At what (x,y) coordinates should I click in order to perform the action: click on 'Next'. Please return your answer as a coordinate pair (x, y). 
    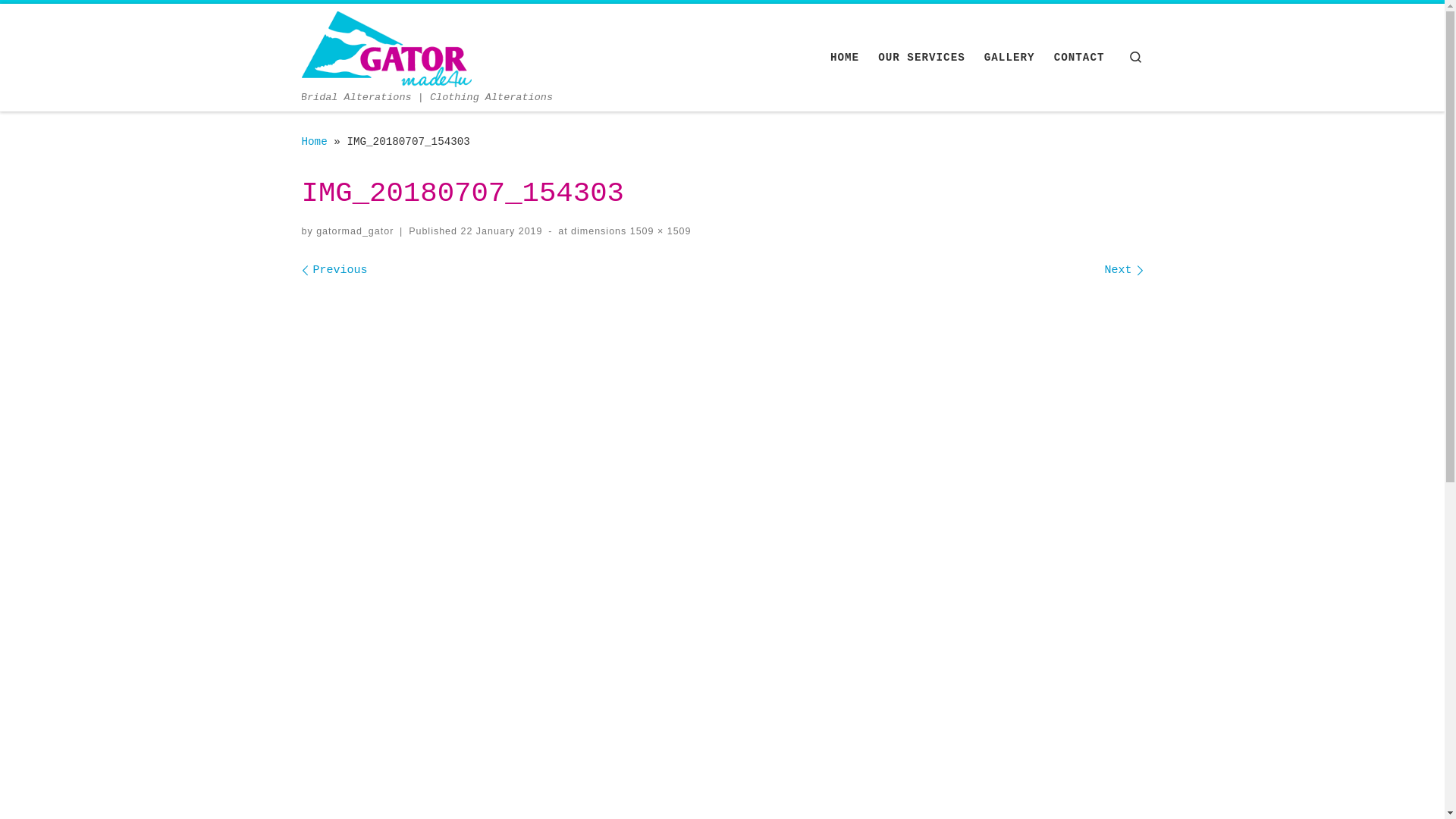
    Looking at the image, I should click on (1123, 269).